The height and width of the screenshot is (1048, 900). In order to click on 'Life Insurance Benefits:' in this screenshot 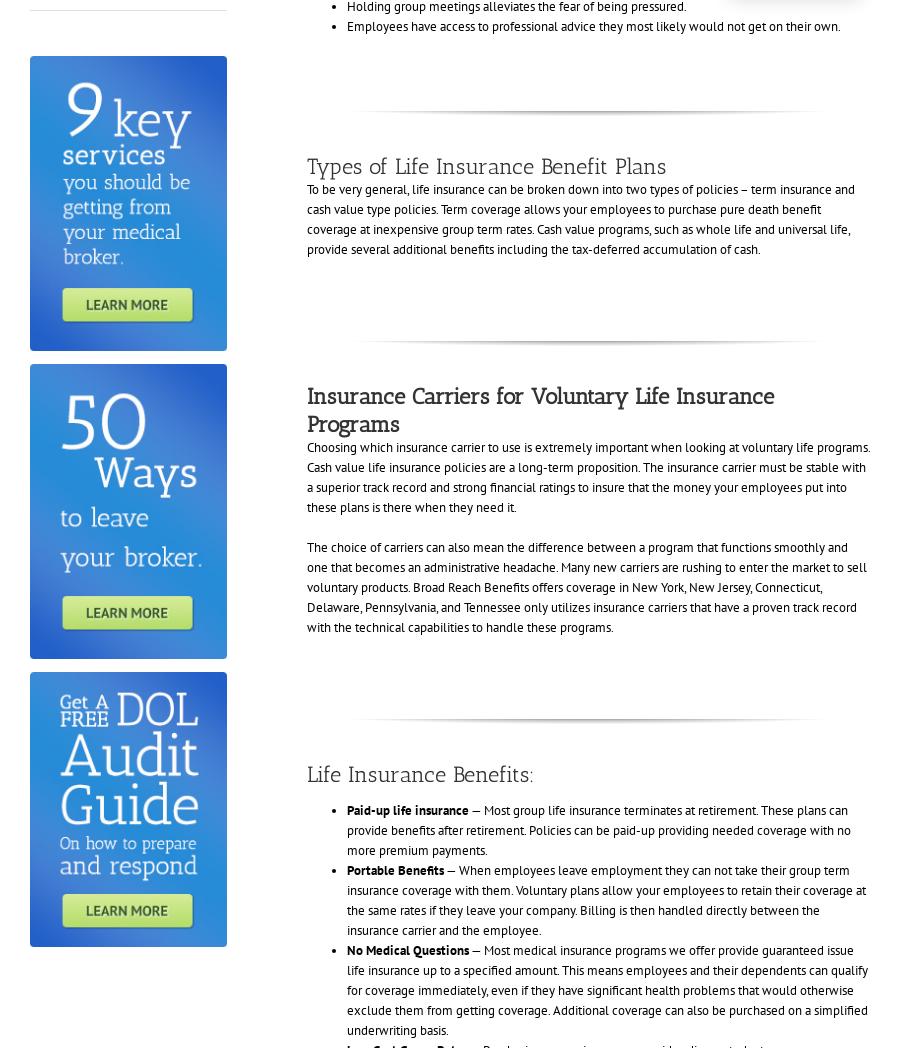, I will do `click(420, 773)`.